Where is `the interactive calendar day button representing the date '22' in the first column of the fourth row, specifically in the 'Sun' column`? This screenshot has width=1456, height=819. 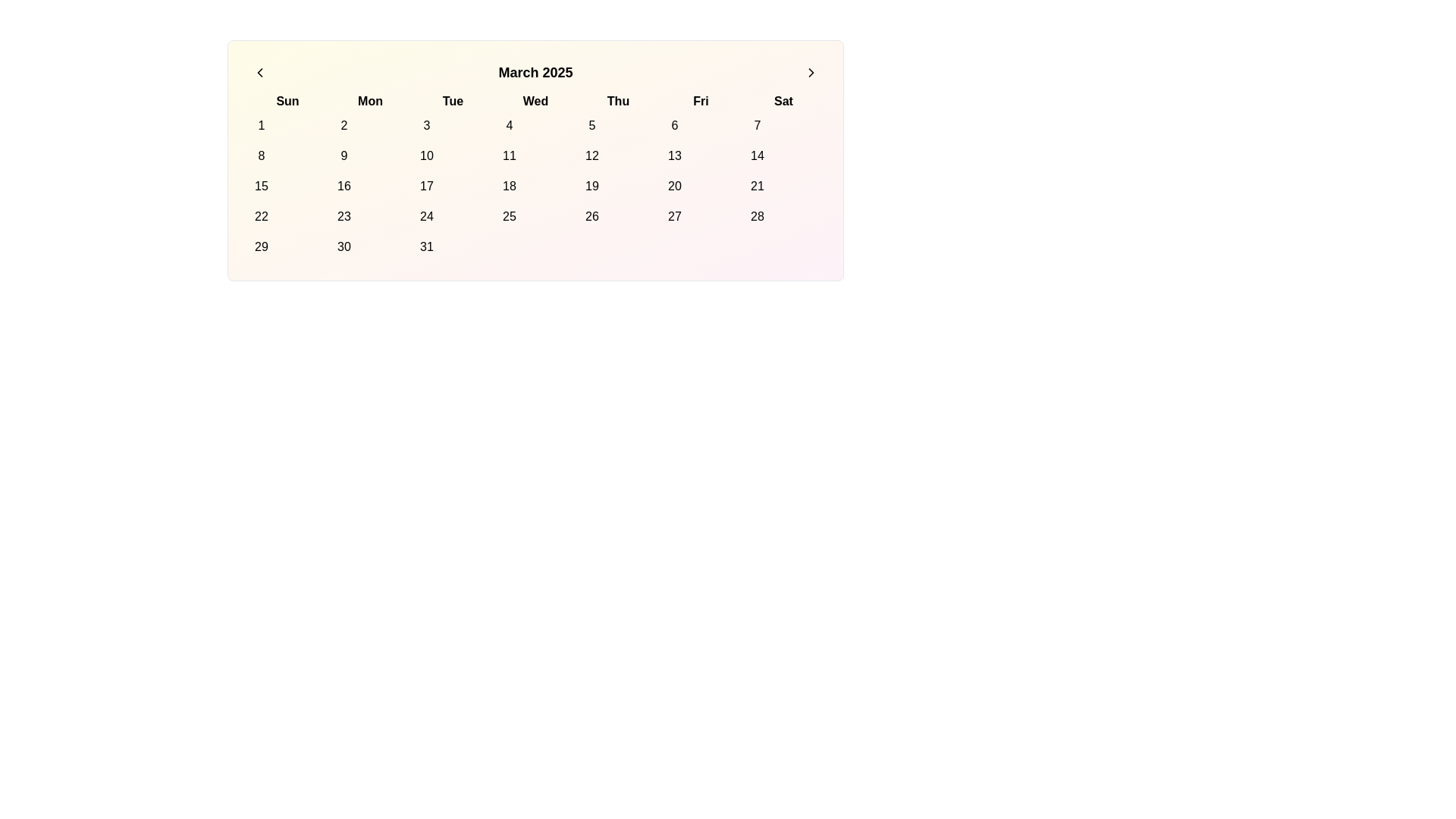 the interactive calendar day button representing the date '22' in the first column of the fourth row, specifically in the 'Sun' column is located at coordinates (262, 216).